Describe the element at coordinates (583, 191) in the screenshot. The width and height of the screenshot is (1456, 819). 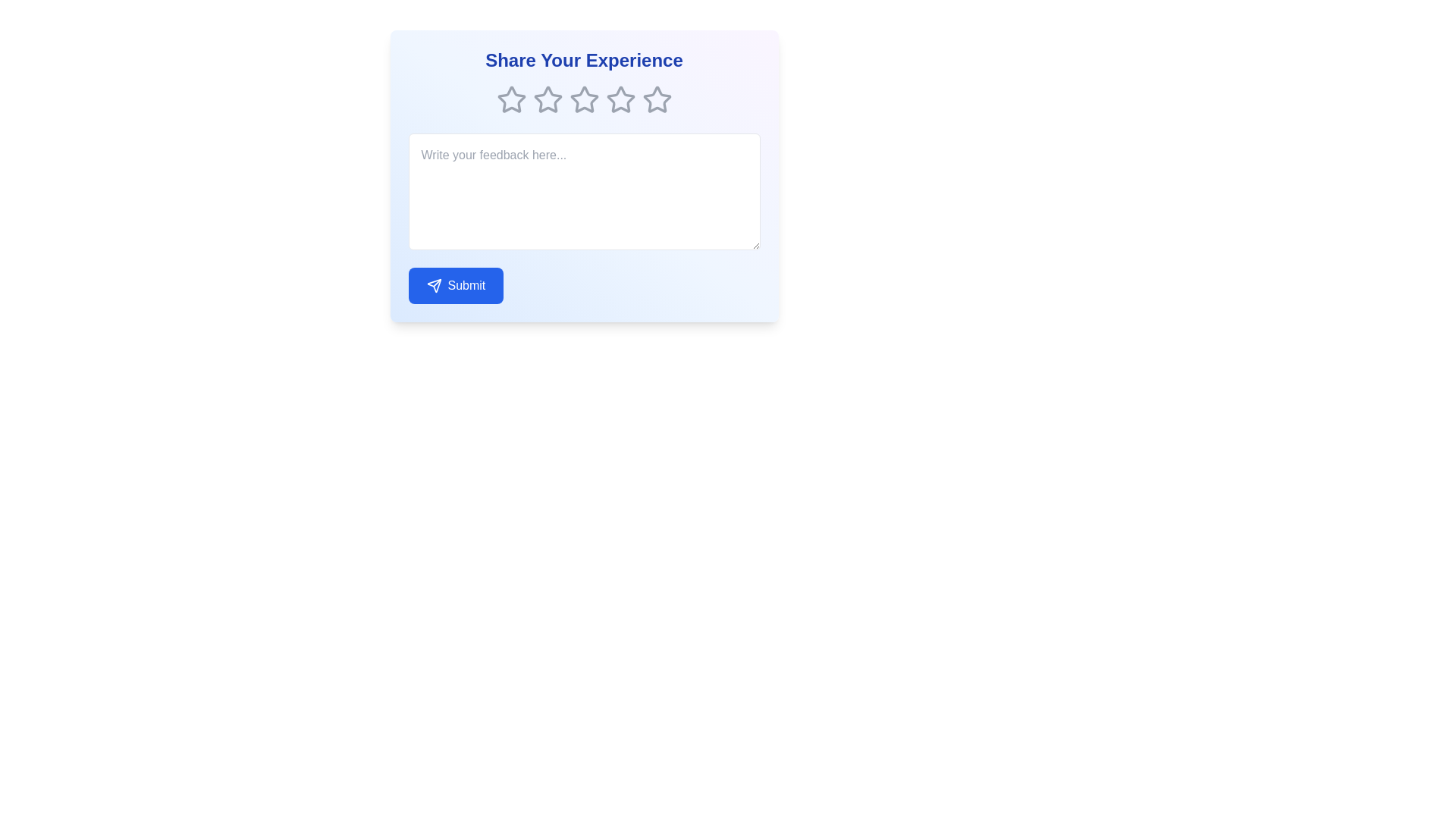
I see `the text area to focus and enter the feedback text` at that location.